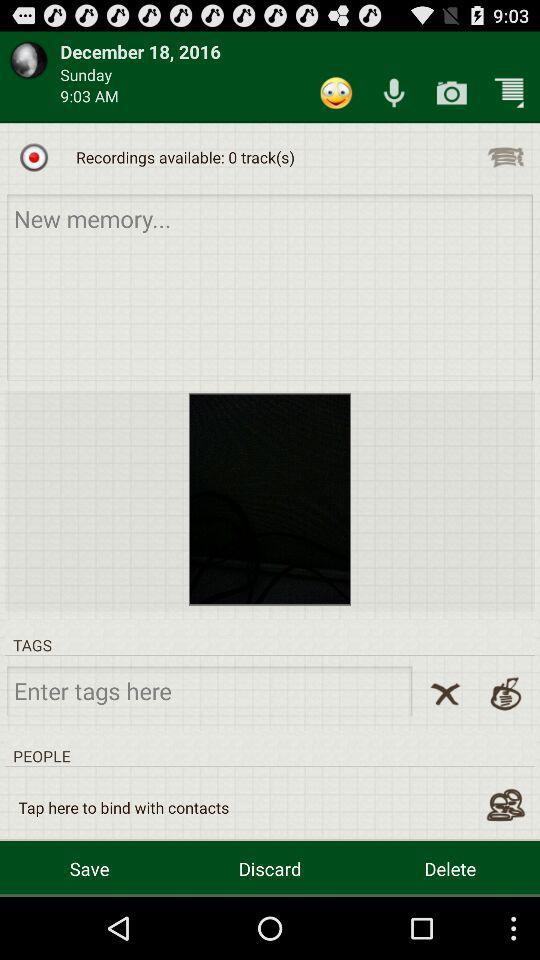 This screenshot has width=540, height=960. What do you see at coordinates (445, 694) in the screenshot?
I see `clear all tags` at bounding box center [445, 694].